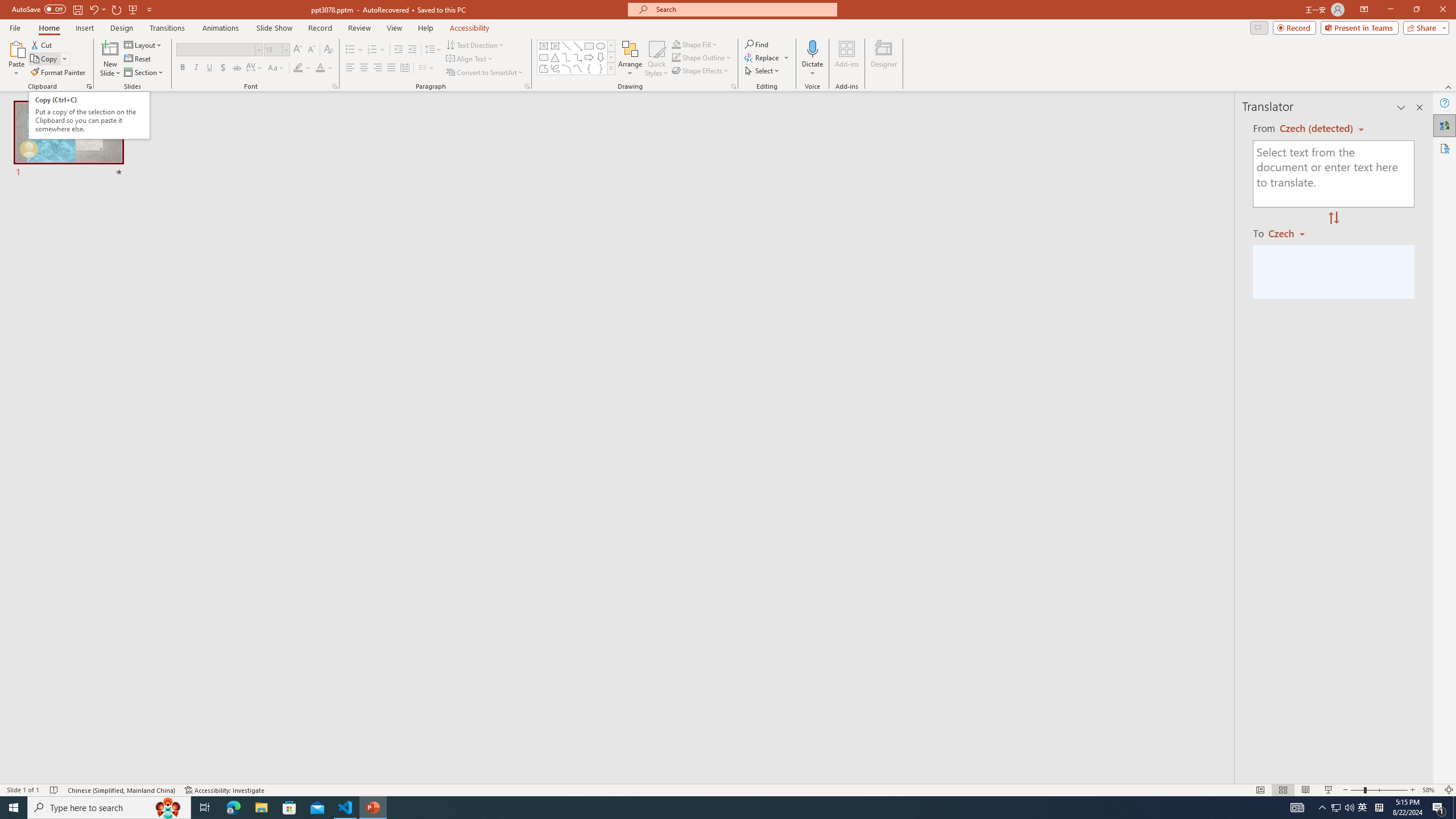  What do you see at coordinates (122, 28) in the screenshot?
I see `'Design'` at bounding box center [122, 28].